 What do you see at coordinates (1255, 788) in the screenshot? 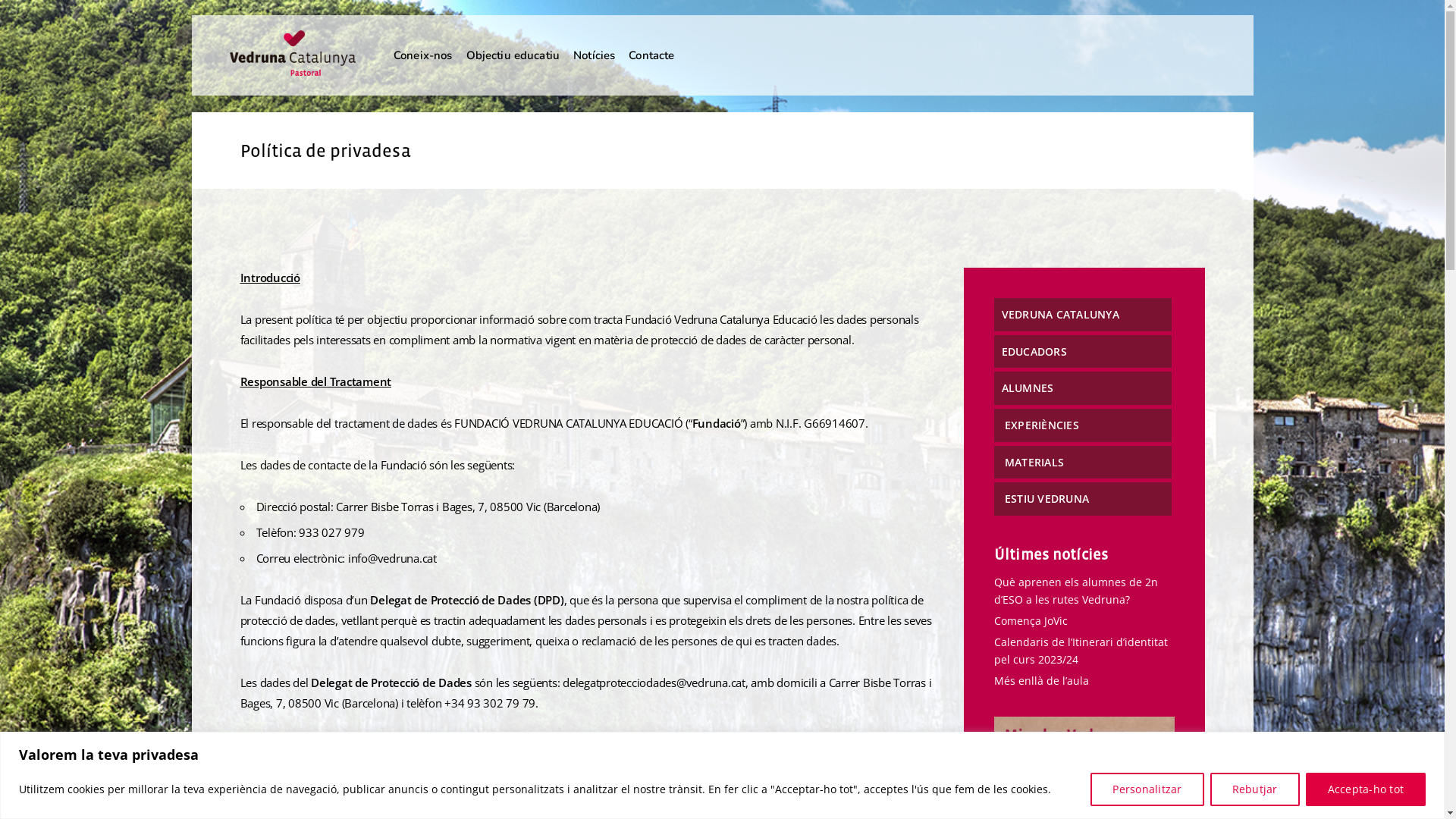
I see `'Rebutjar'` at bounding box center [1255, 788].